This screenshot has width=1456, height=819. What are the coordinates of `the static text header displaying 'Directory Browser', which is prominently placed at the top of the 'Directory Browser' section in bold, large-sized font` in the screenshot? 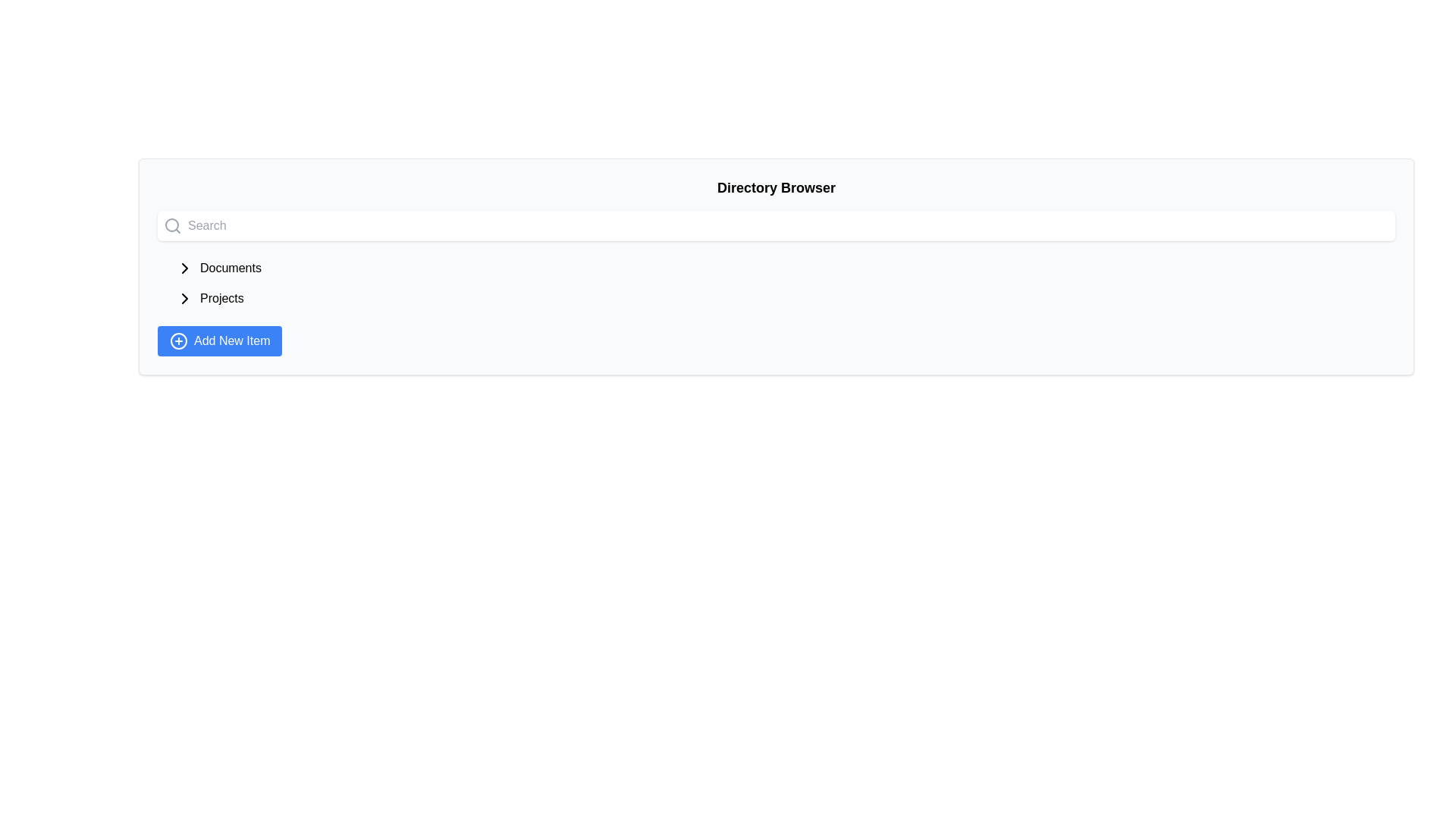 It's located at (776, 187).